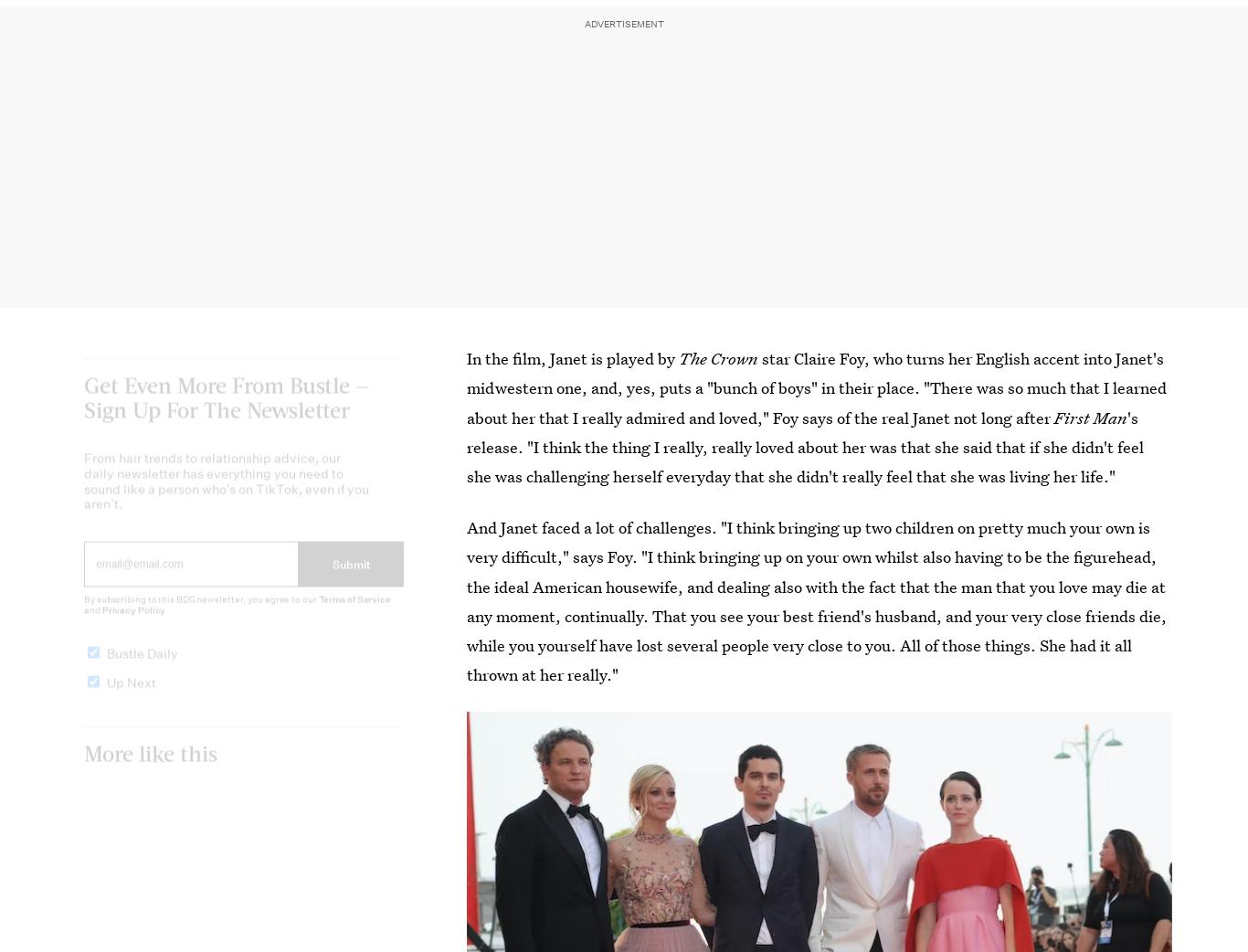 This screenshot has width=1248, height=952. I want to click on 'Privacy Policy', so click(132, 625).